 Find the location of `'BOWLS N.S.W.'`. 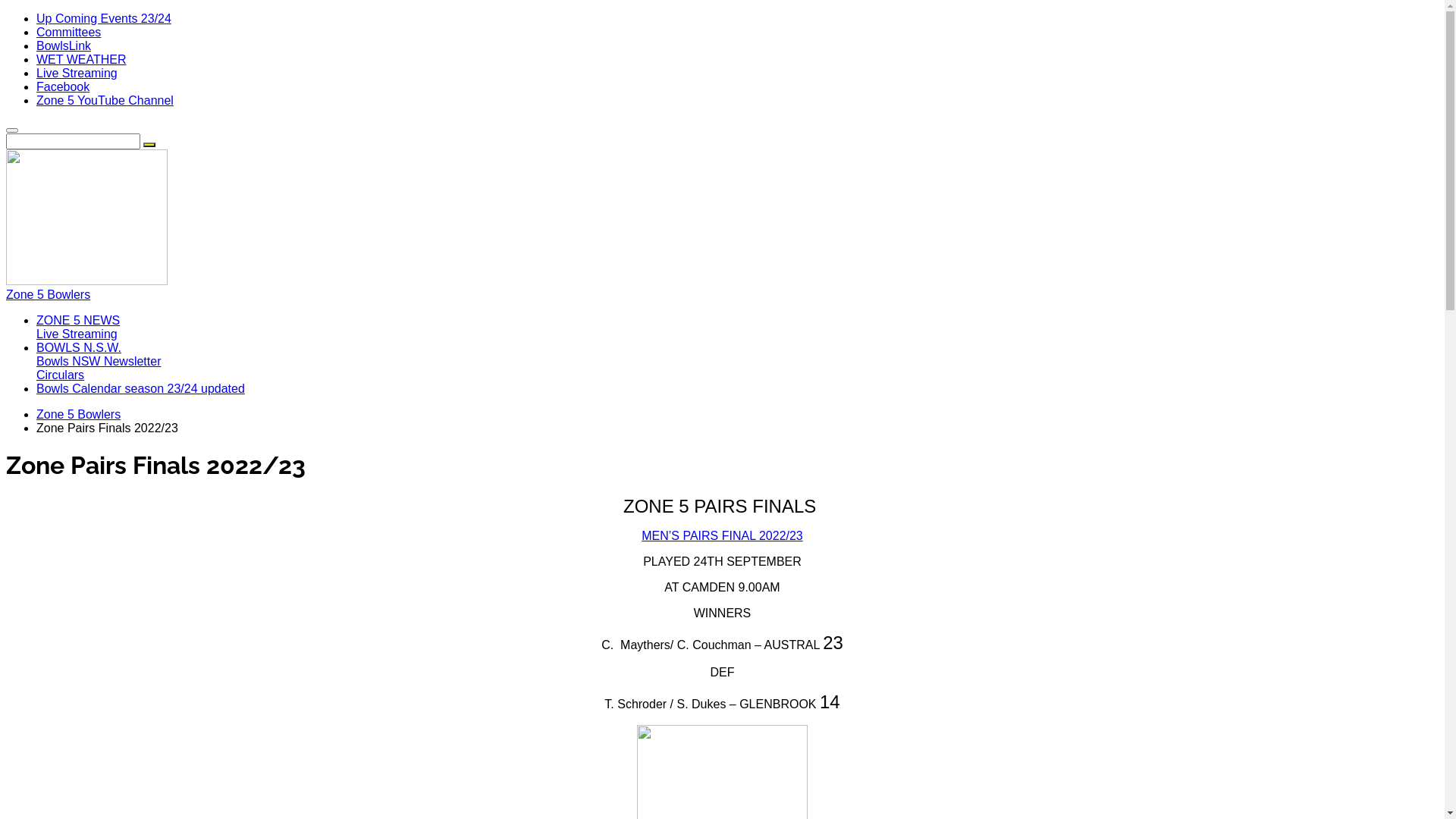

'BOWLS N.S.W.' is located at coordinates (78, 347).